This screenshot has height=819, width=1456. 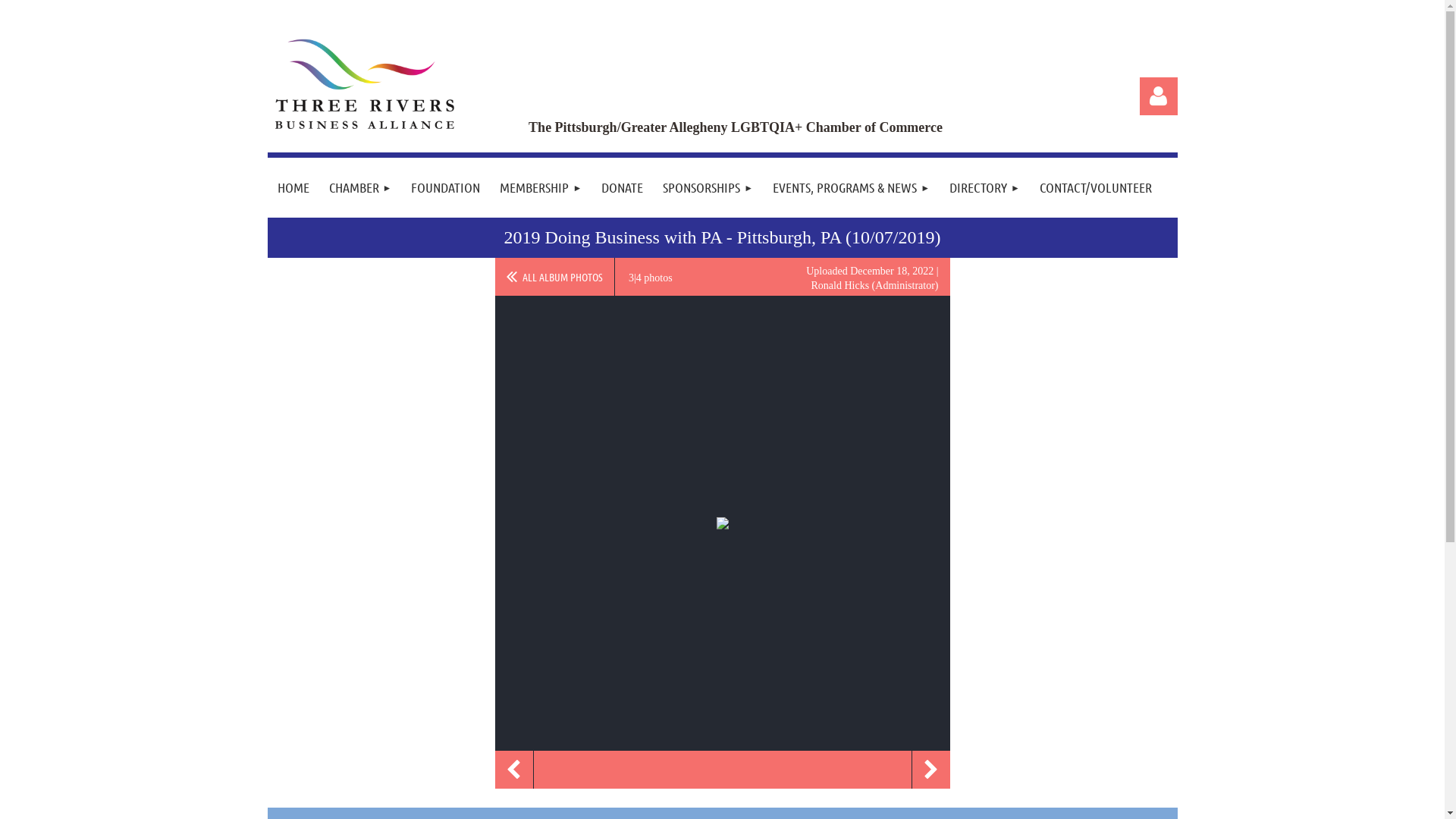 I want to click on 'SPONSORSHIPS', so click(x=707, y=187).